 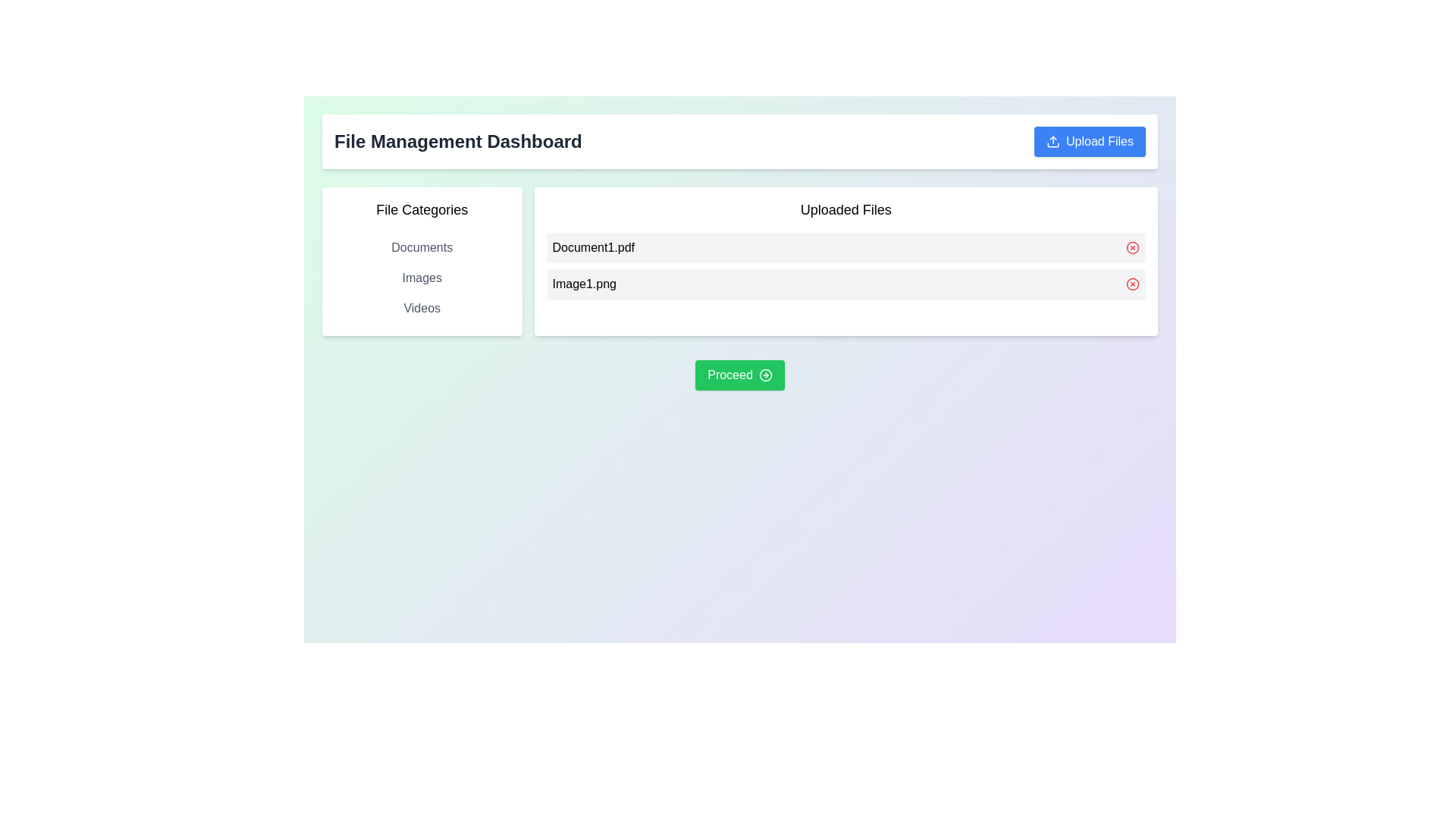 What do you see at coordinates (1132, 247) in the screenshot?
I see `the graphical icon, which is a circle with a solid border enclosing an 'X' mark, located in the right section of the 'Uploaded Files' list next to 'Document1.pdf'` at bounding box center [1132, 247].